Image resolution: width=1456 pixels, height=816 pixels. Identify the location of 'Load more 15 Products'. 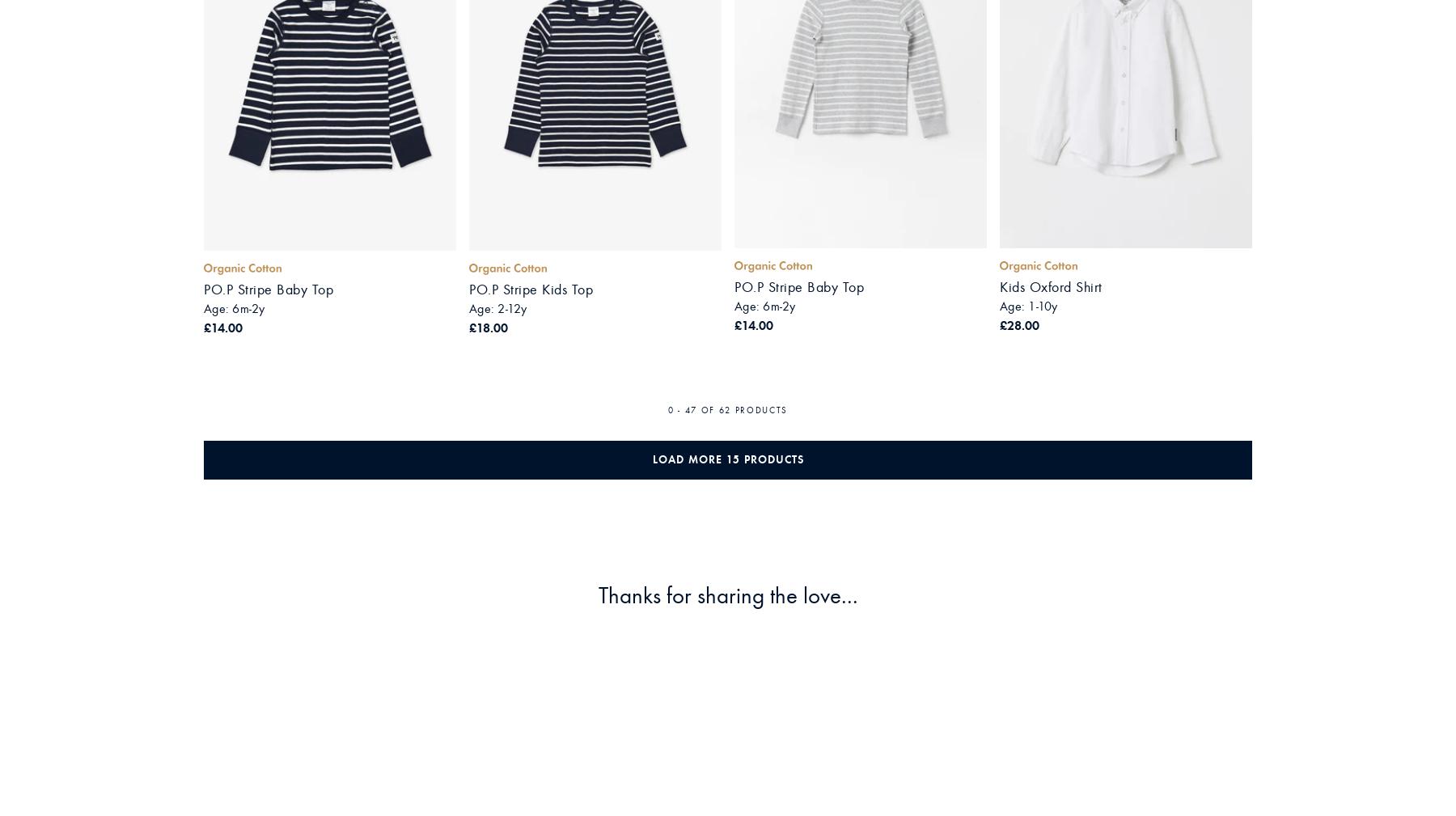
(727, 459).